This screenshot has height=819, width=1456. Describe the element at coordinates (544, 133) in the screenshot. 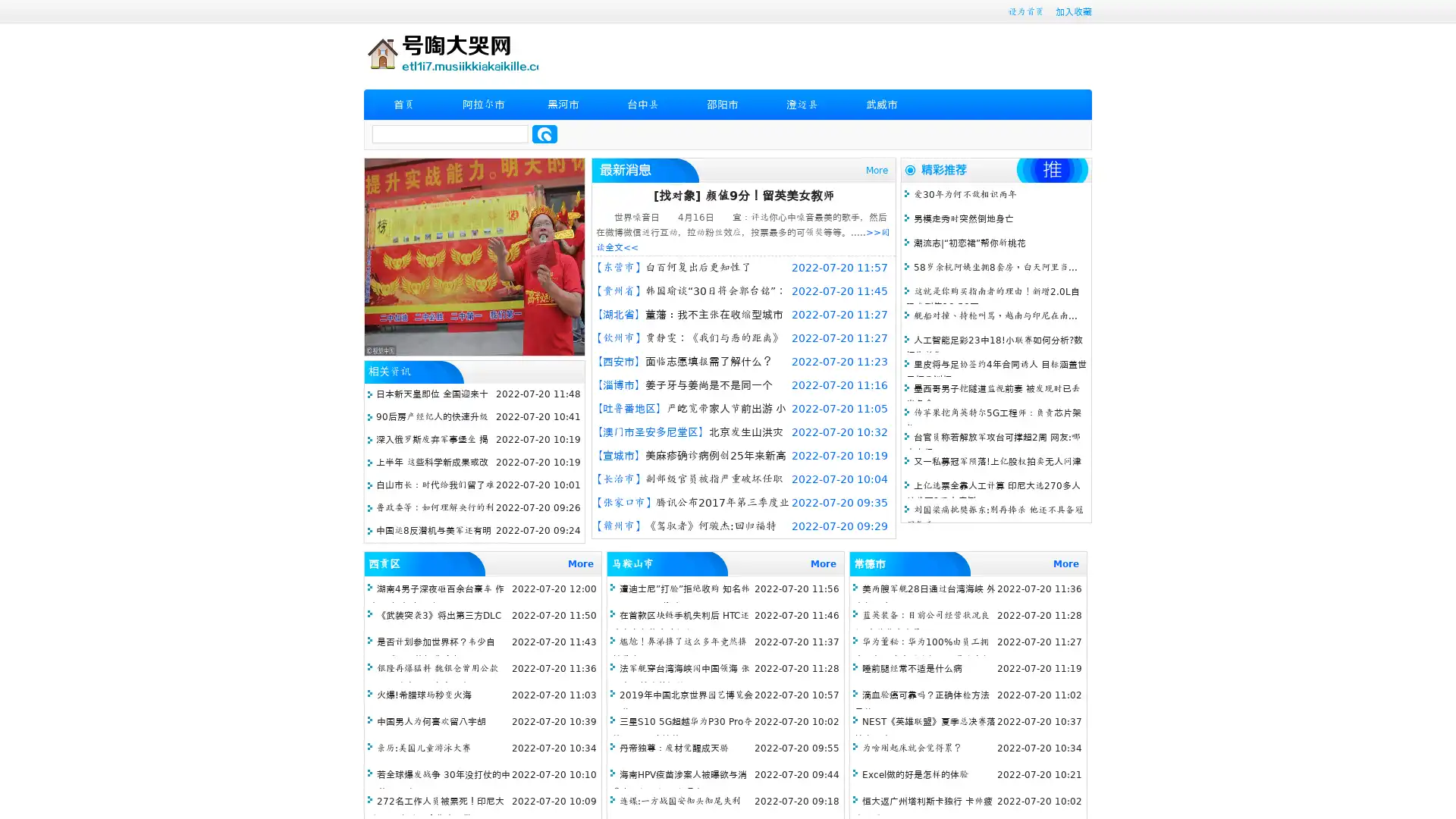

I see `Search` at that location.